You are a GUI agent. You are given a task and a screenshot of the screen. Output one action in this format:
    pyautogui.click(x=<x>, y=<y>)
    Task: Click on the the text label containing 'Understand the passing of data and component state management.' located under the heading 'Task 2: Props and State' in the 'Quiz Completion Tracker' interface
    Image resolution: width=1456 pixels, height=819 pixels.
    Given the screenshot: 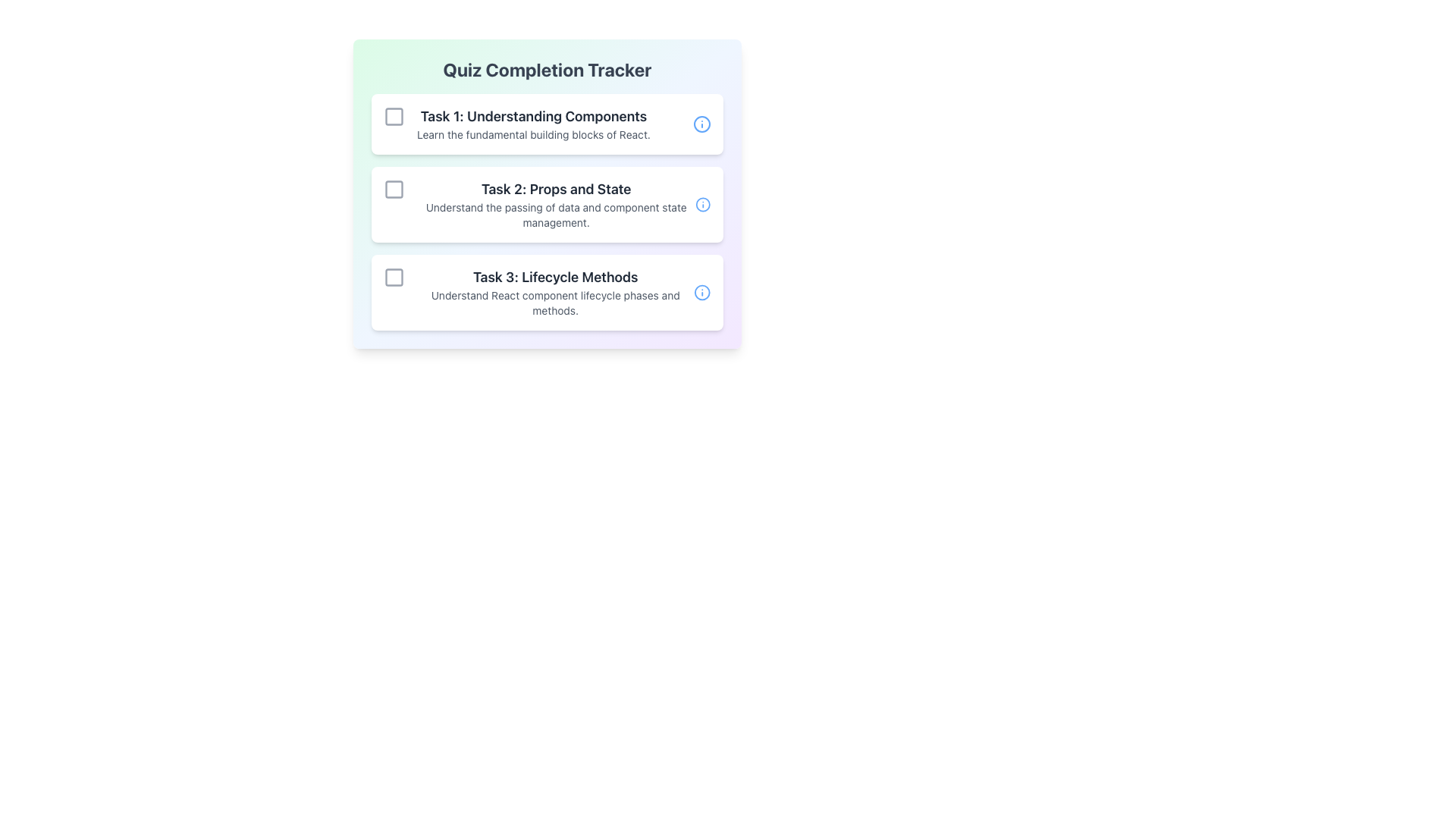 What is the action you would take?
    pyautogui.click(x=555, y=215)
    